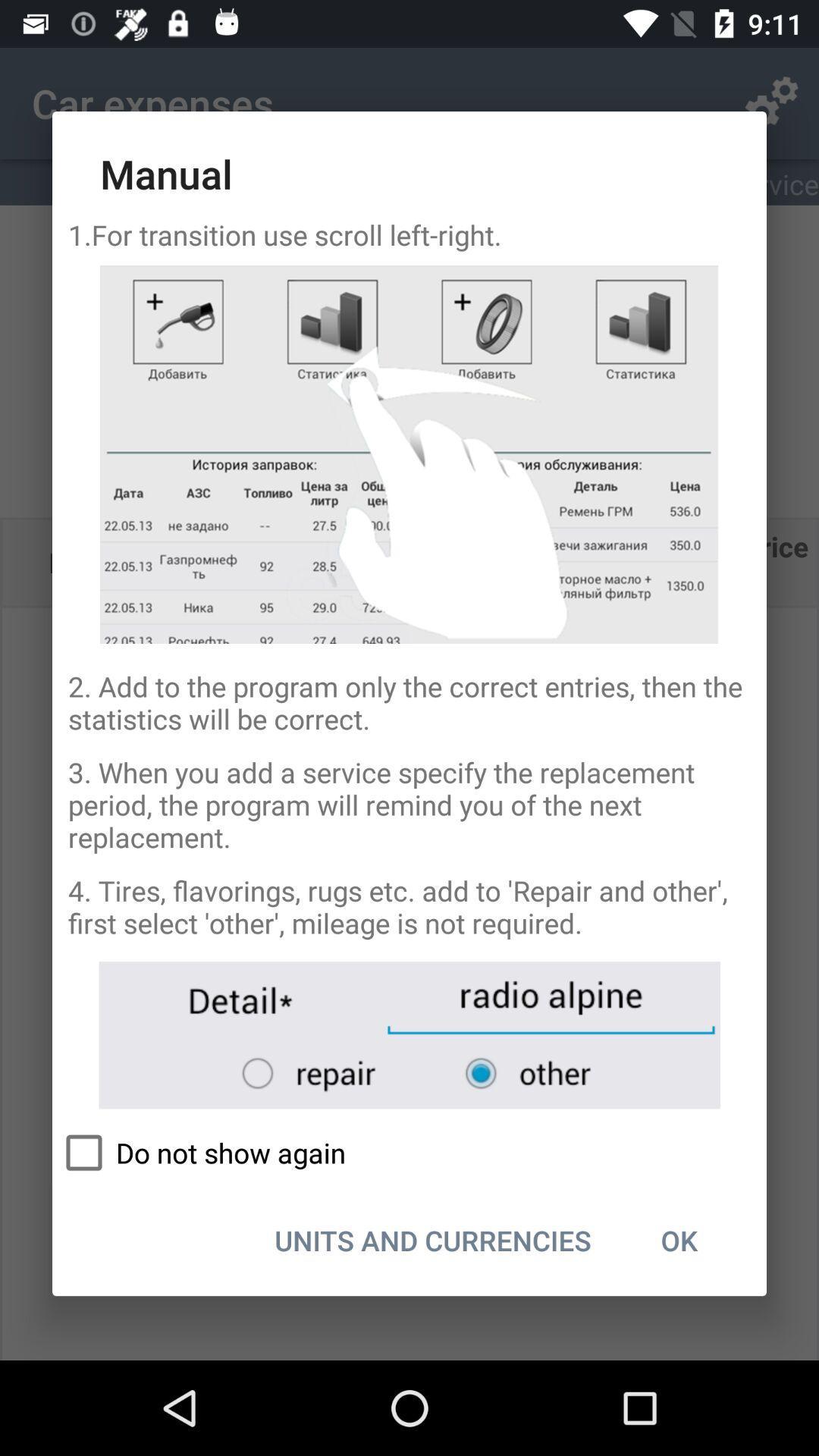  I want to click on ok item, so click(678, 1240).